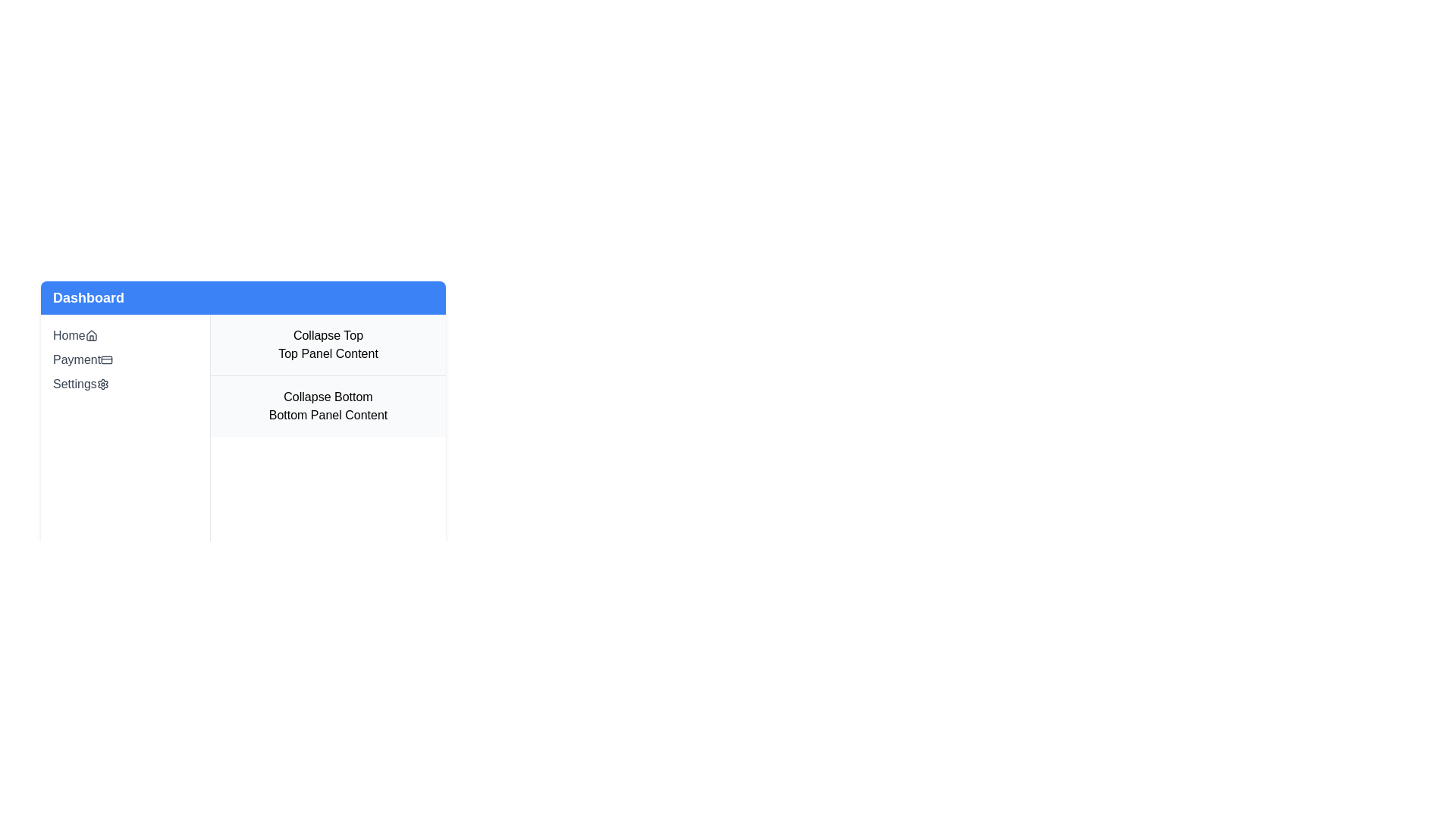 Image resolution: width=1456 pixels, height=819 pixels. I want to click on the collapsible panels in the 'Dashboard' composite panel widget to expand or collapse the contained content, so click(243, 401).